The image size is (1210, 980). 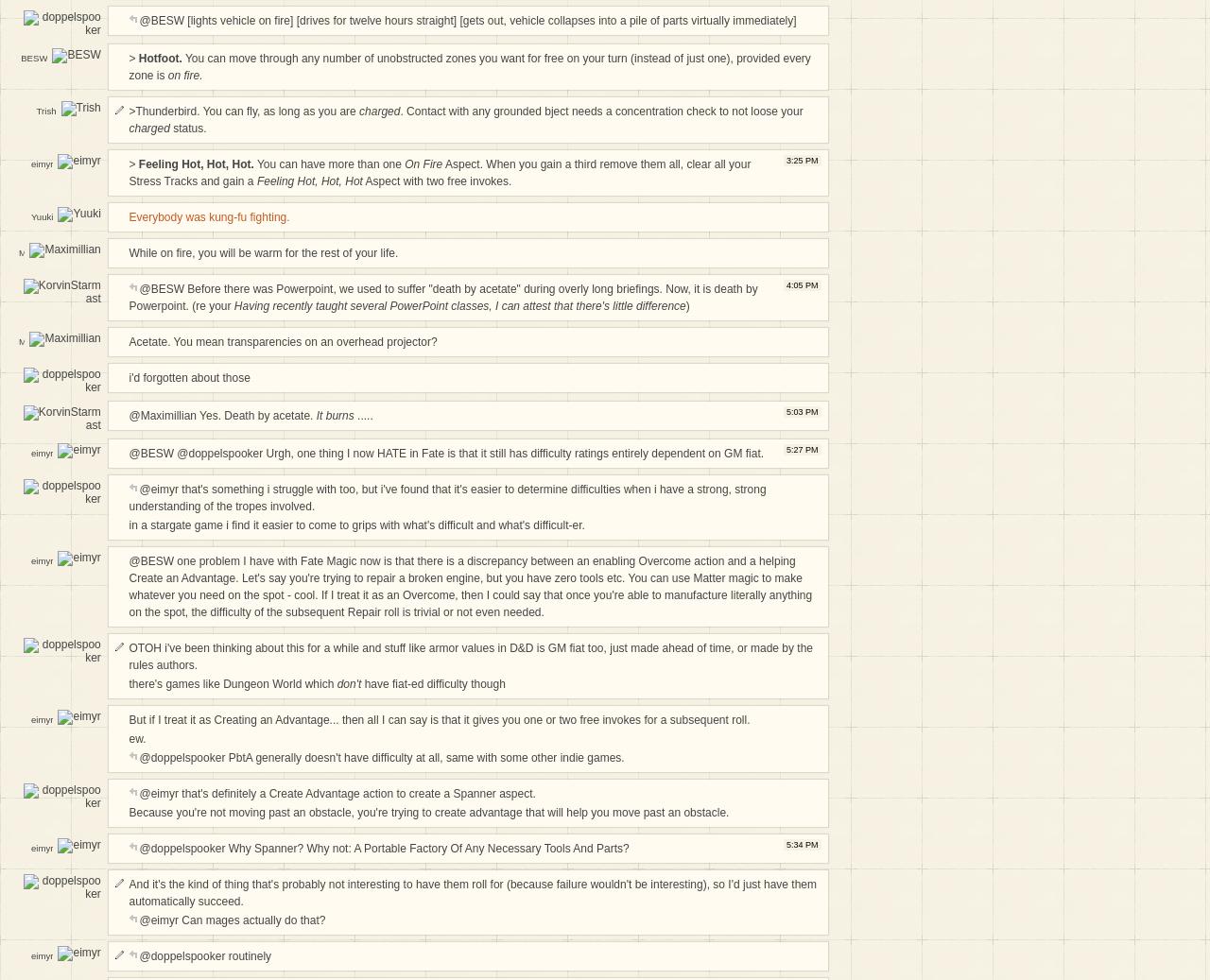 What do you see at coordinates (363, 414) in the screenshot?
I see `'.....'` at bounding box center [363, 414].